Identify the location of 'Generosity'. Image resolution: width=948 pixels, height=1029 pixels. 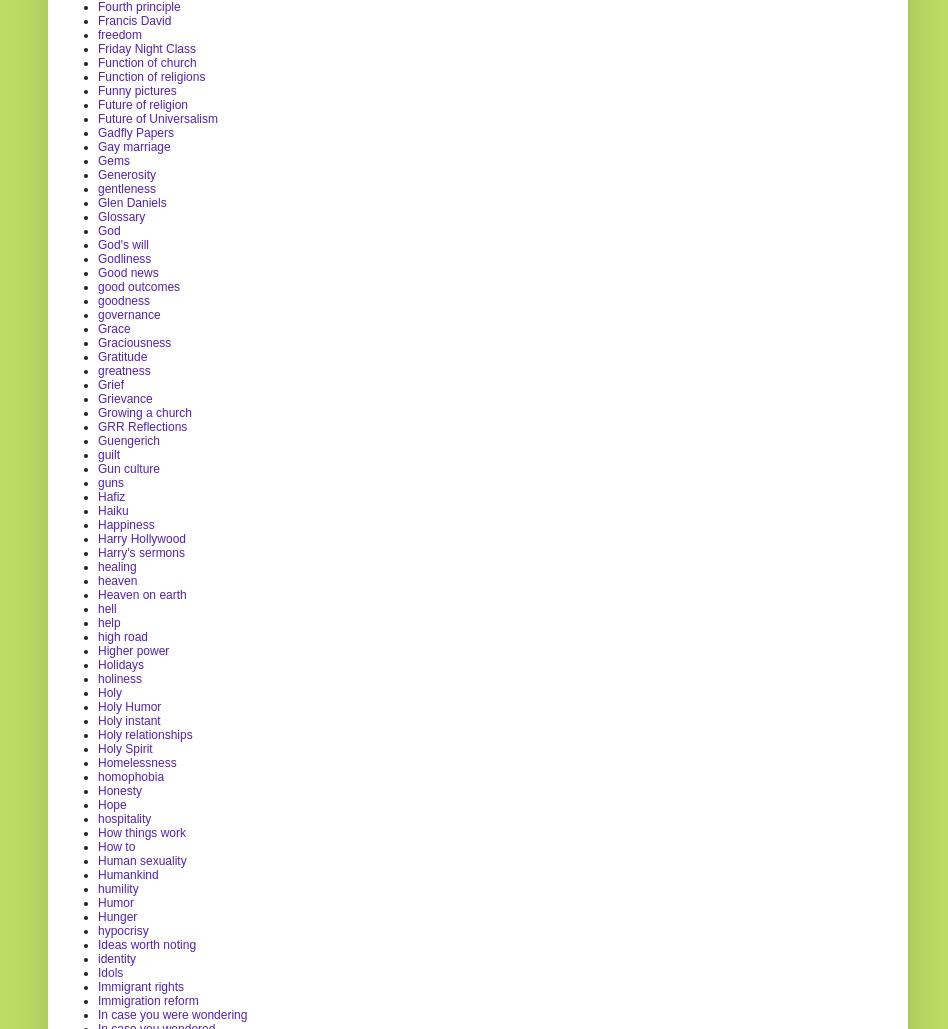
(126, 174).